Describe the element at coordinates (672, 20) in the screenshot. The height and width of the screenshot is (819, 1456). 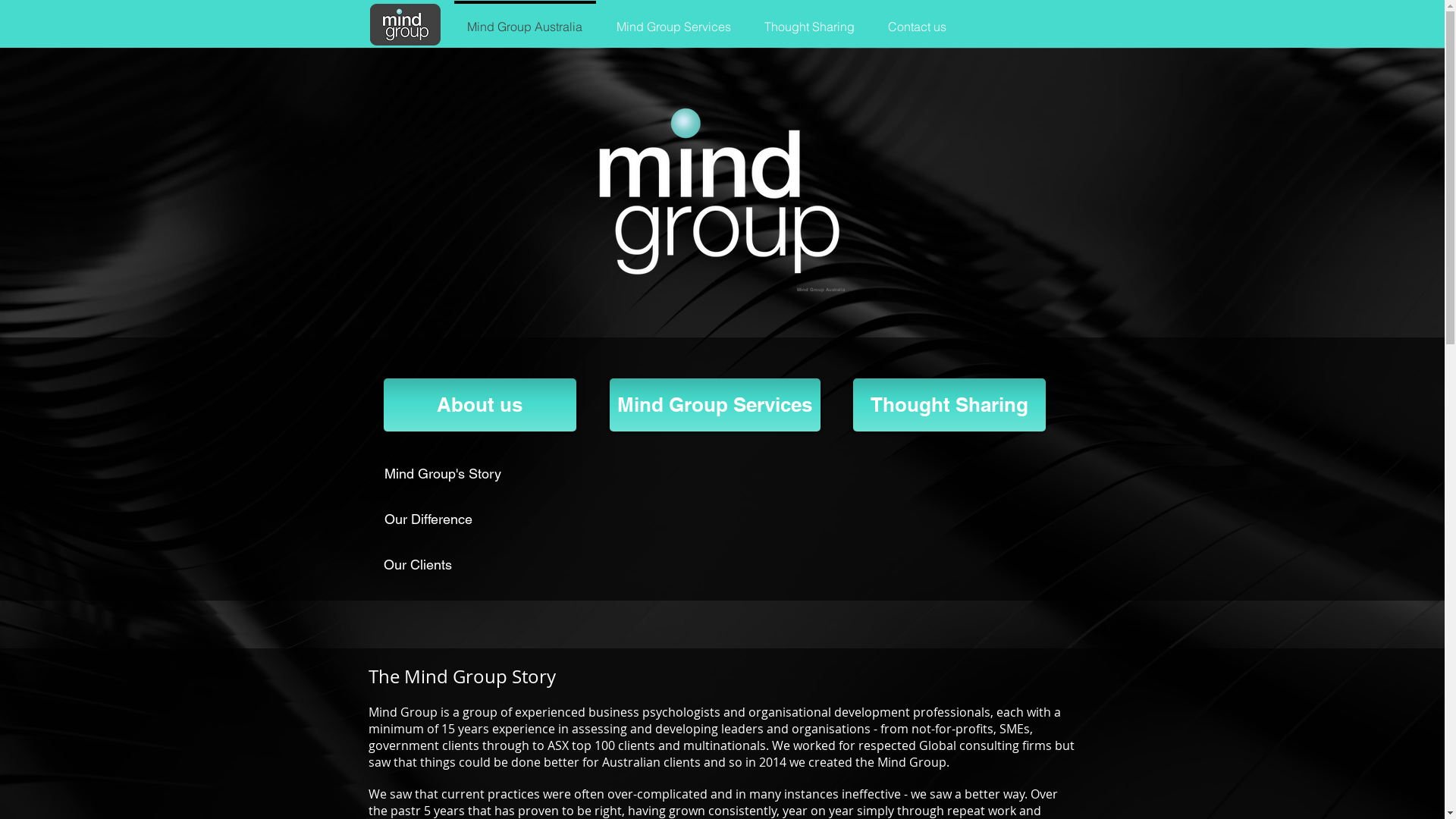
I see `'Mind Group Services'` at that location.